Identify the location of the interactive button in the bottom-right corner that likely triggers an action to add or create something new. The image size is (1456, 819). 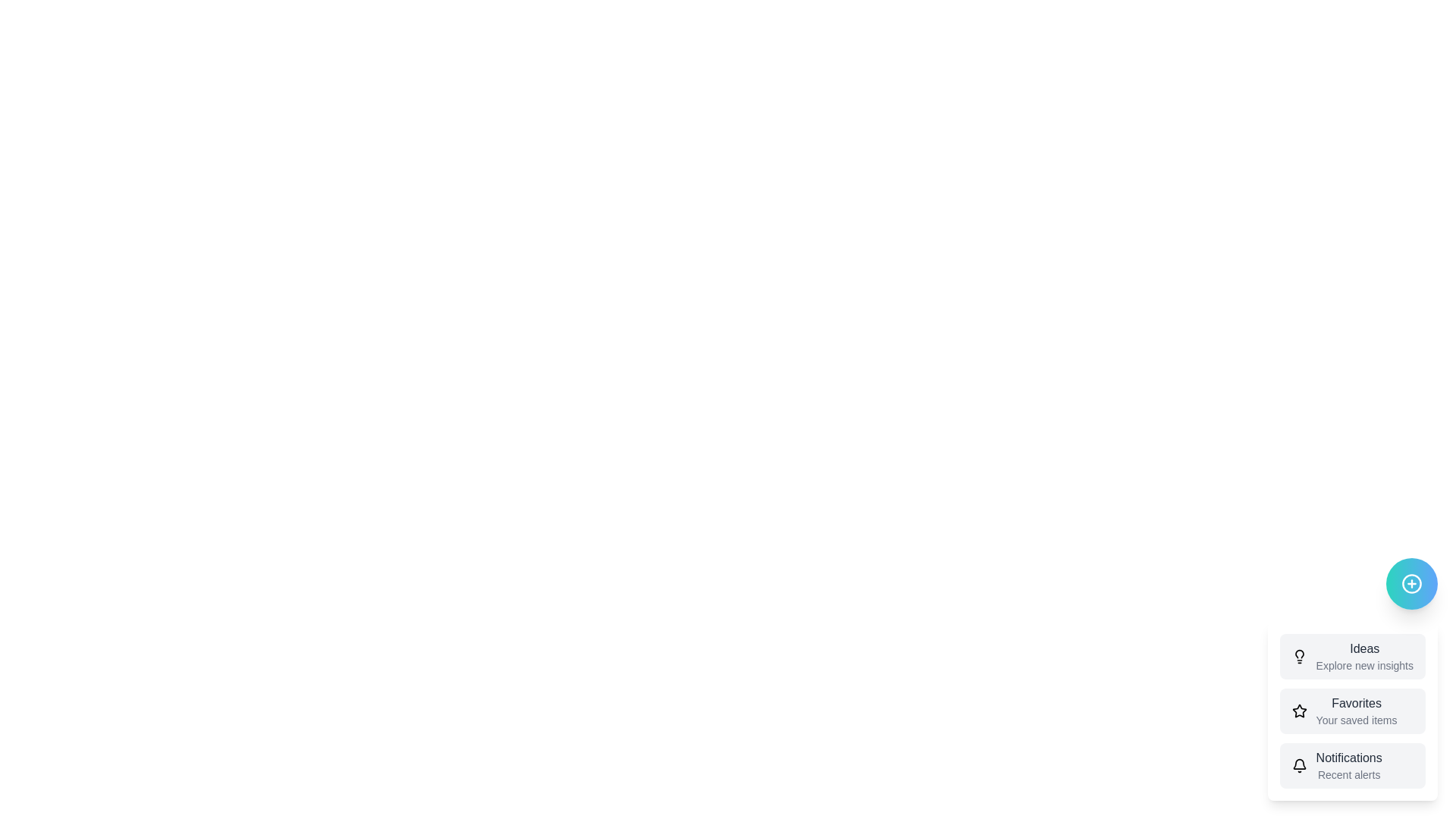
(1411, 583).